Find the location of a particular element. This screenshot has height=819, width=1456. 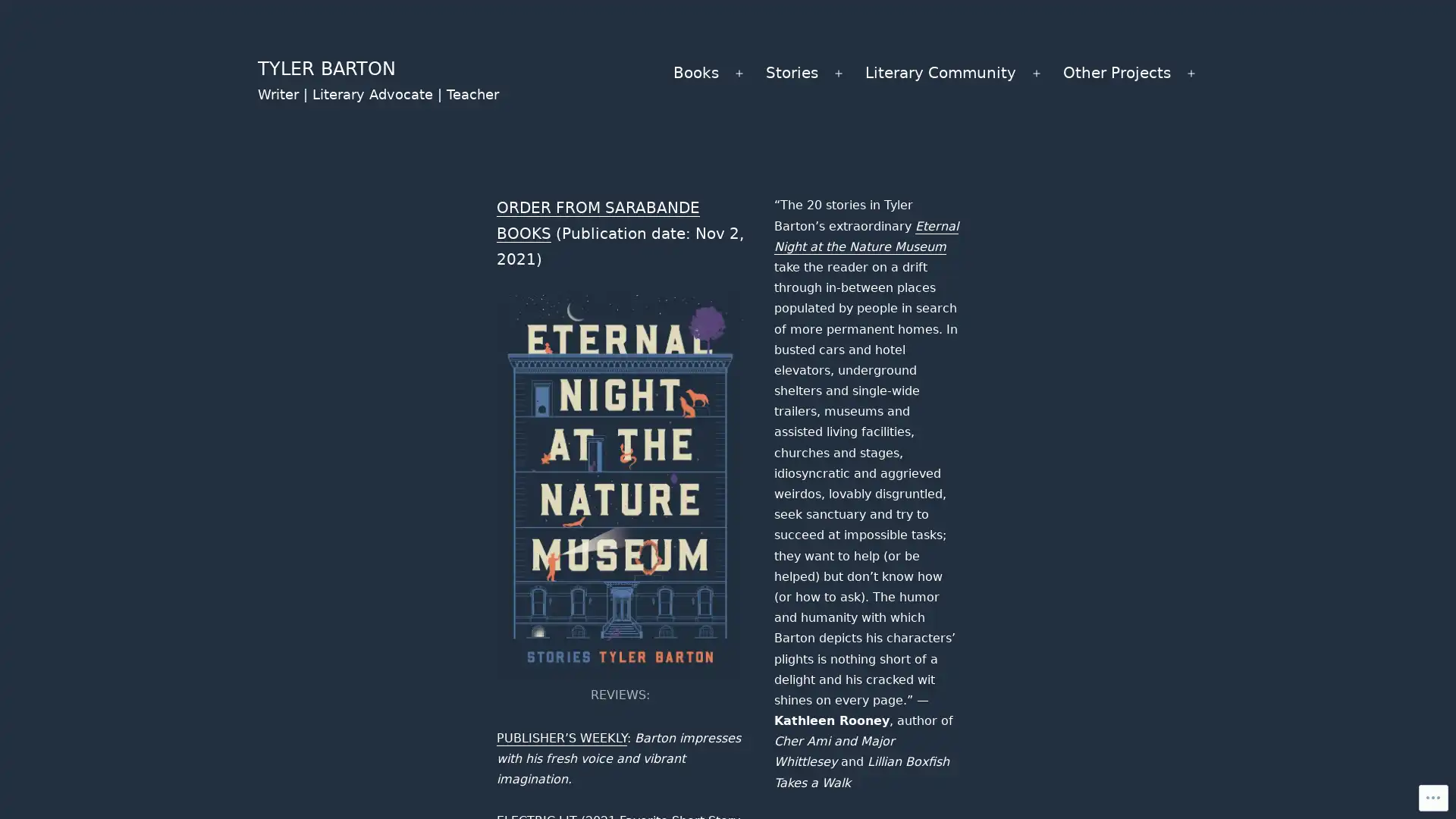

Open menu is located at coordinates (836, 73).